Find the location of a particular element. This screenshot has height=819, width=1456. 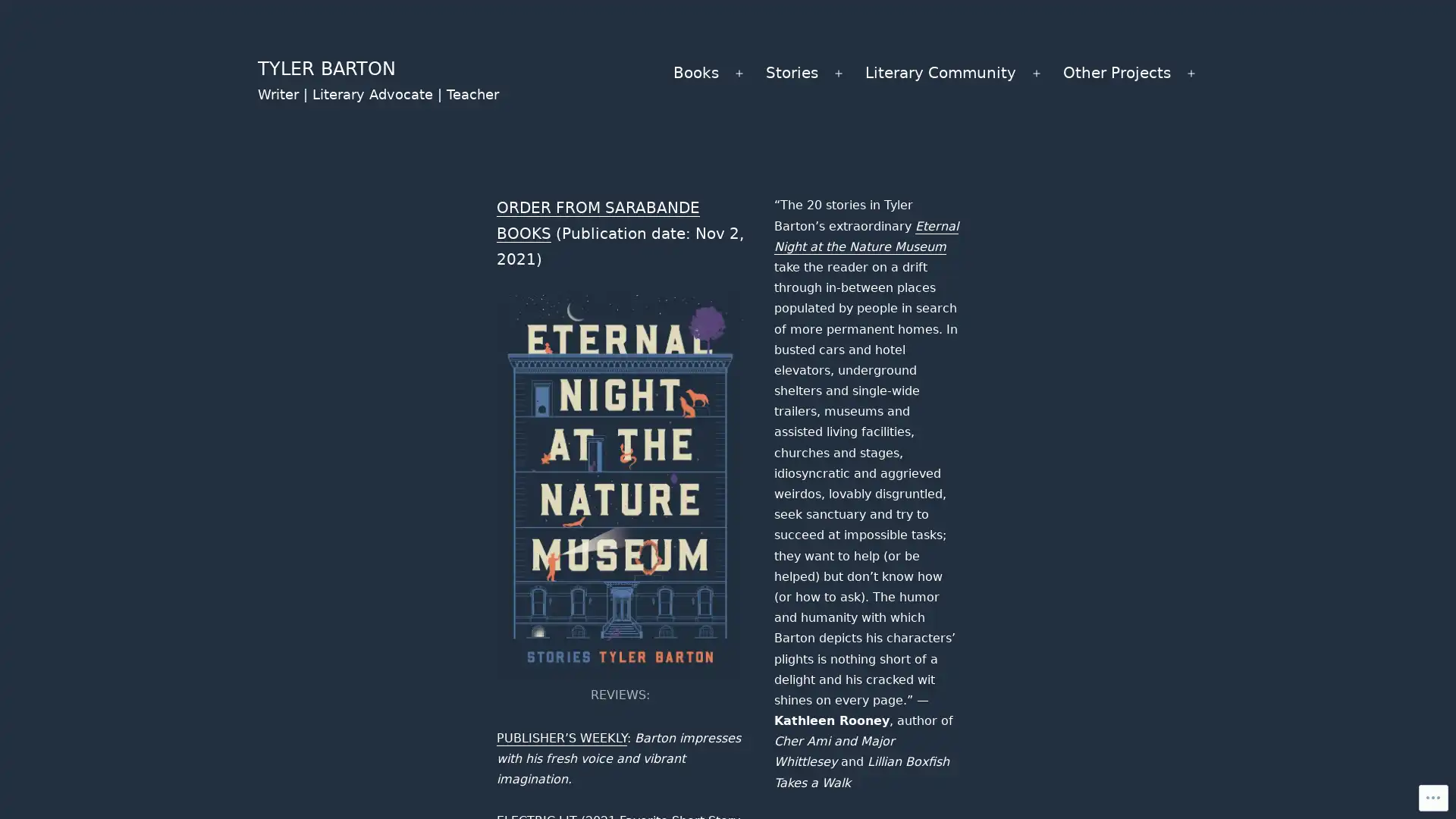

Open menu is located at coordinates (836, 73).